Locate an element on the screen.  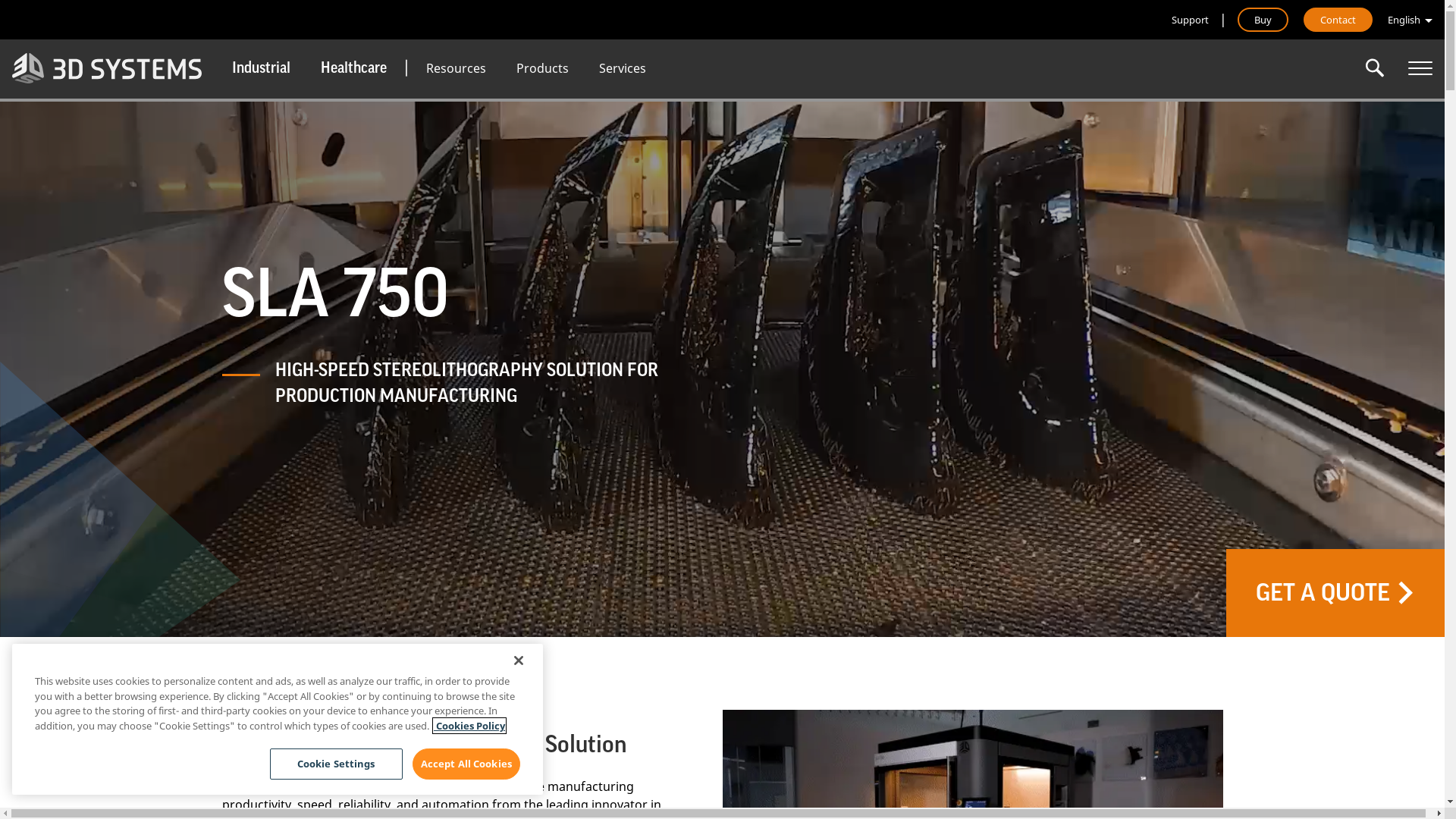
'Cookies Policy' is located at coordinates (469, 724).